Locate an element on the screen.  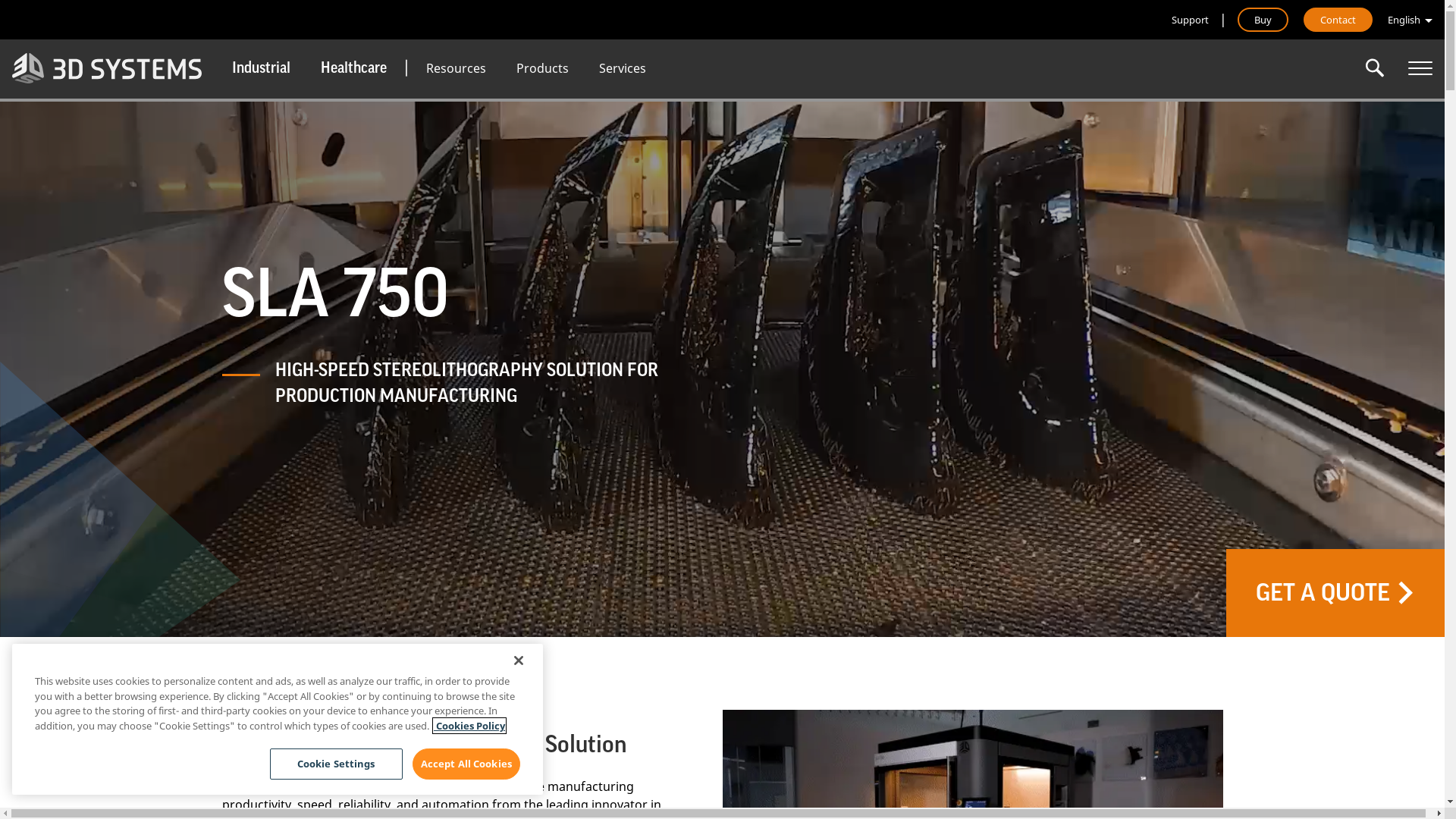
'Cookies Policy' is located at coordinates (469, 724).